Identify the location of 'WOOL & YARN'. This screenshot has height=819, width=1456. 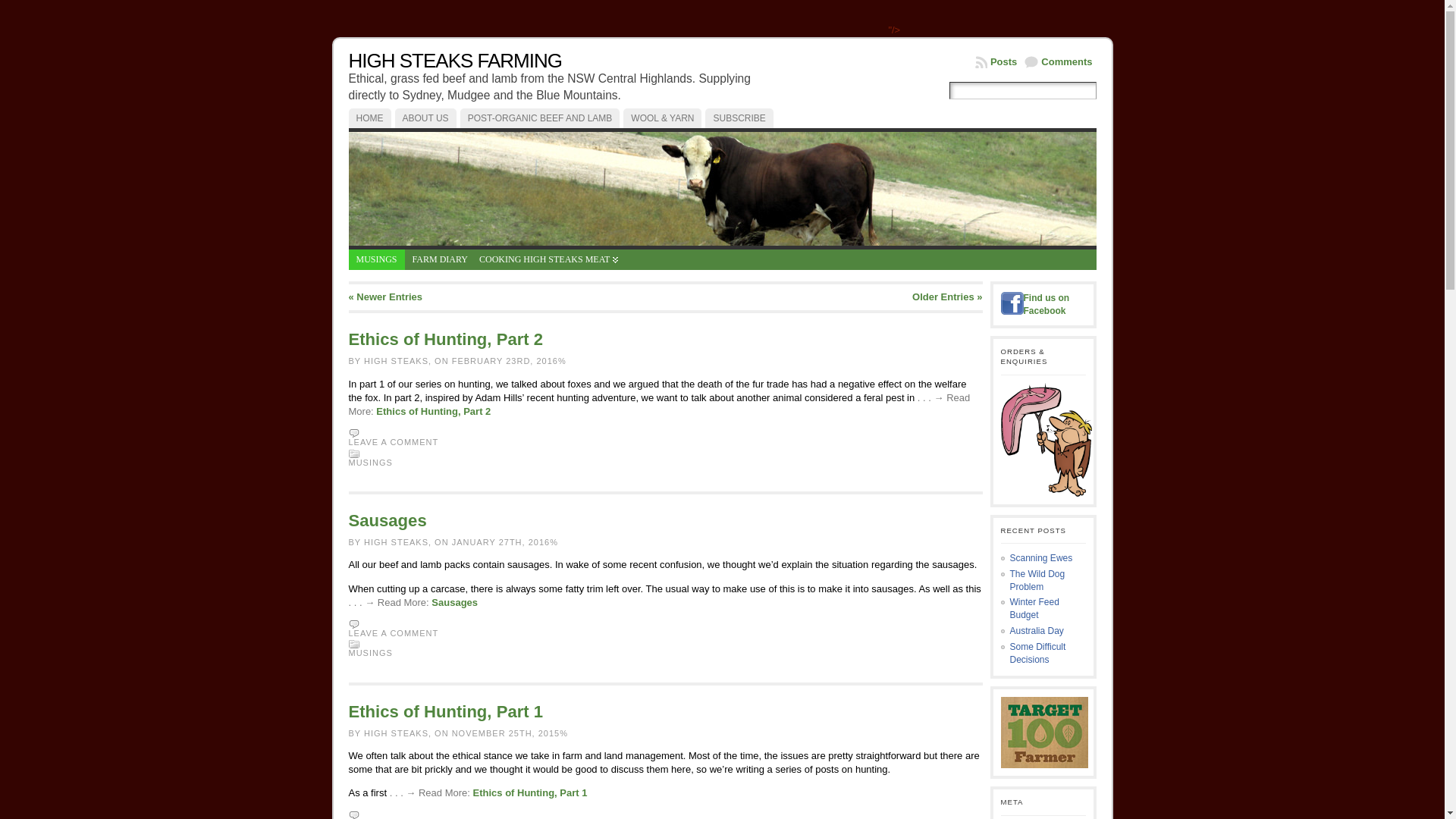
(662, 117).